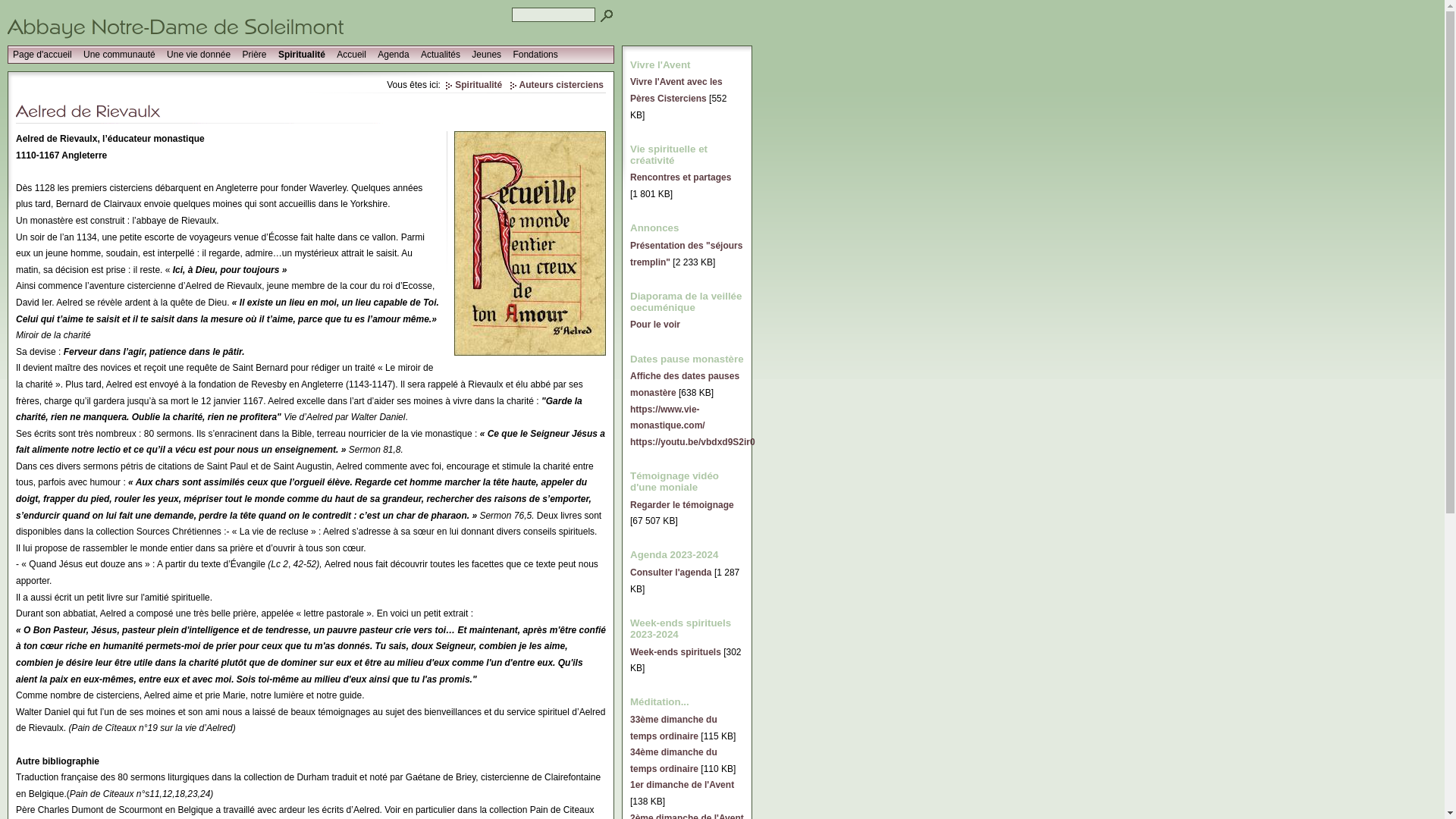  What do you see at coordinates (670, 573) in the screenshot?
I see `'Consulter l'agenda'` at bounding box center [670, 573].